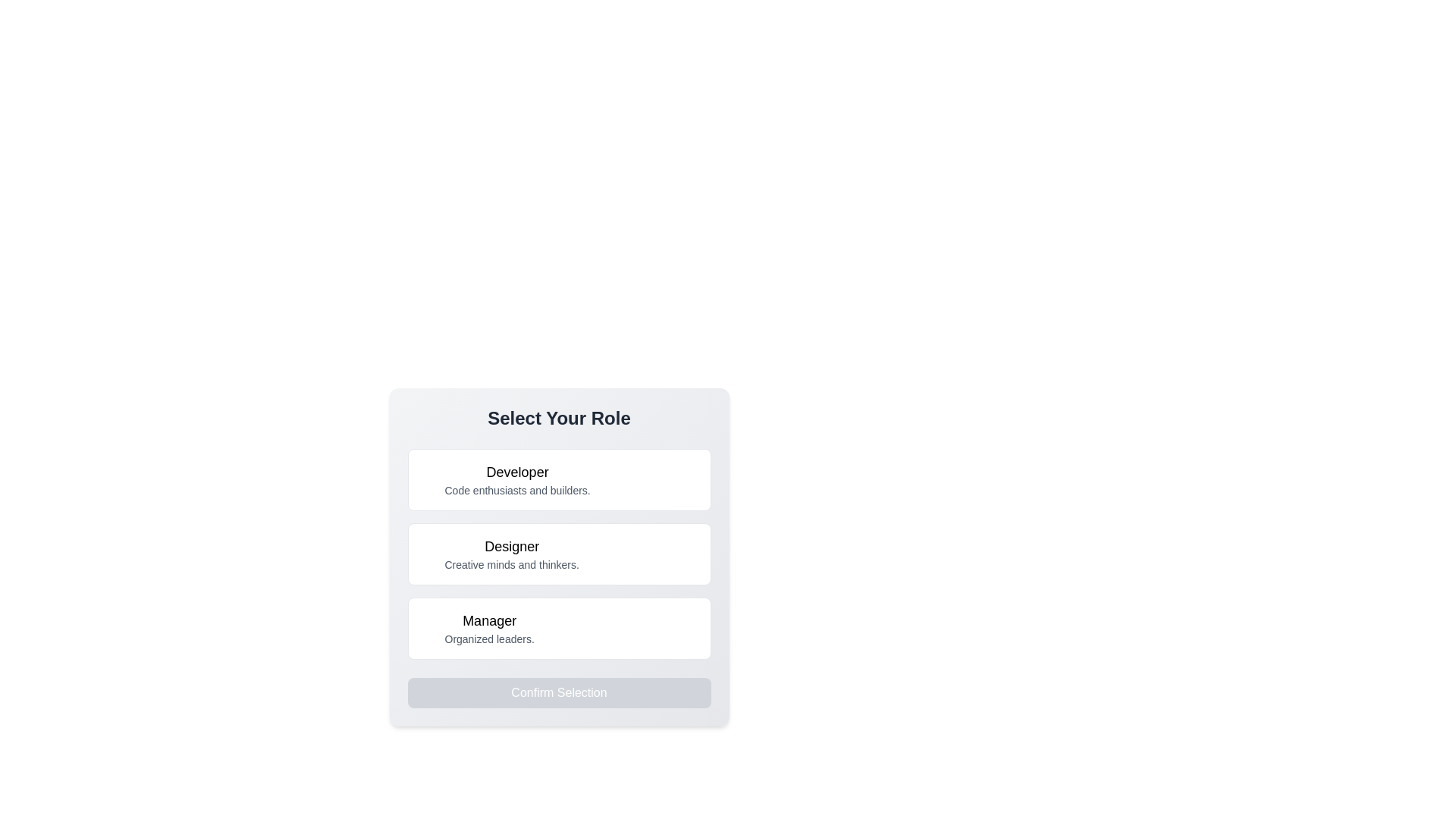 The image size is (1456, 819). I want to click on text label identifying the Manager role in the 'Select Your Role' section, which is positioned above the subtext 'Organized leaders.', so click(489, 620).